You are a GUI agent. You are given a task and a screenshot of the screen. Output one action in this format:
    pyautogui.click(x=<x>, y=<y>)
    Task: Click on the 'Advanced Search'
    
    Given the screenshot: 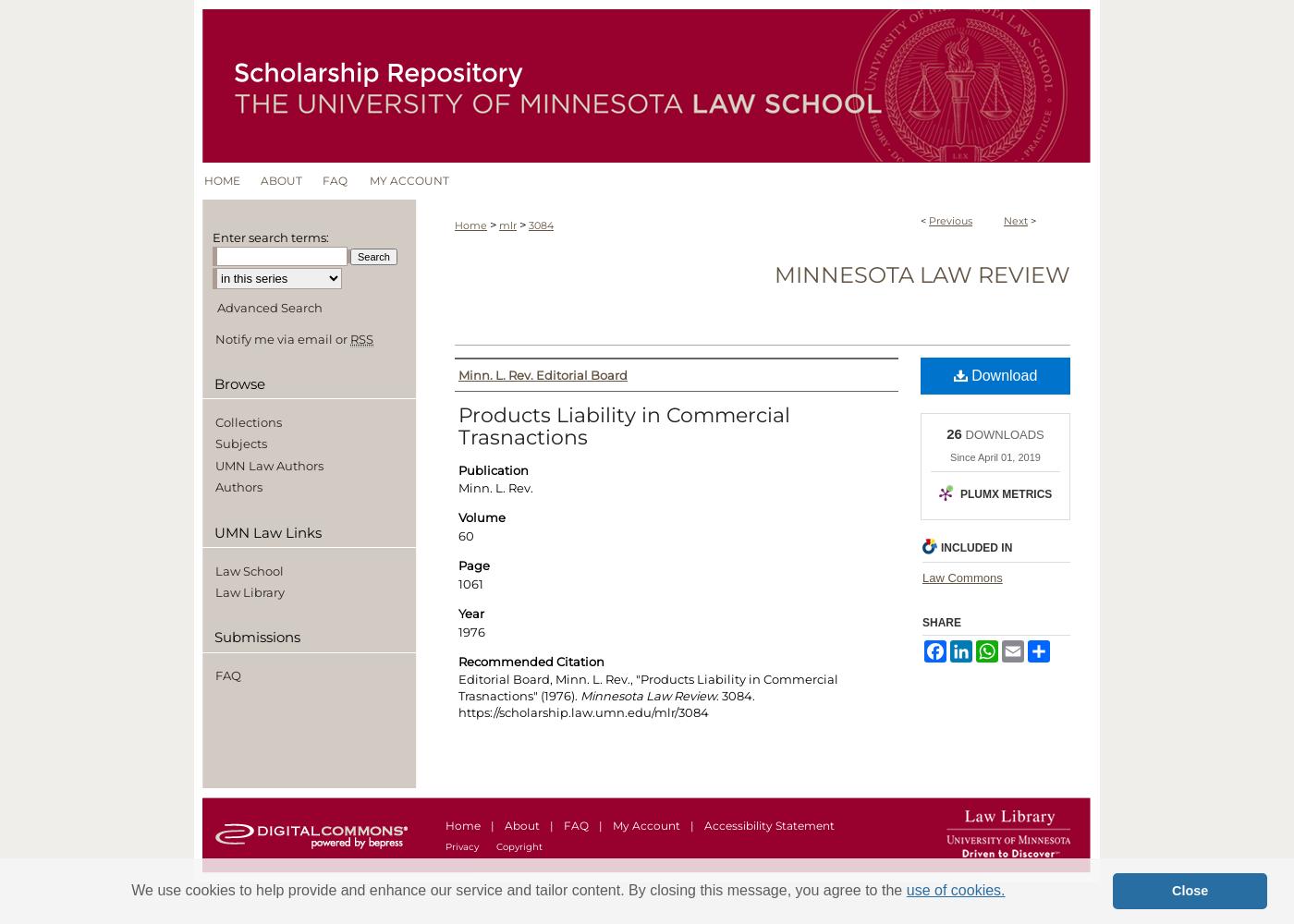 What is the action you would take?
    pyautogui.click(x=270, y=307)
    